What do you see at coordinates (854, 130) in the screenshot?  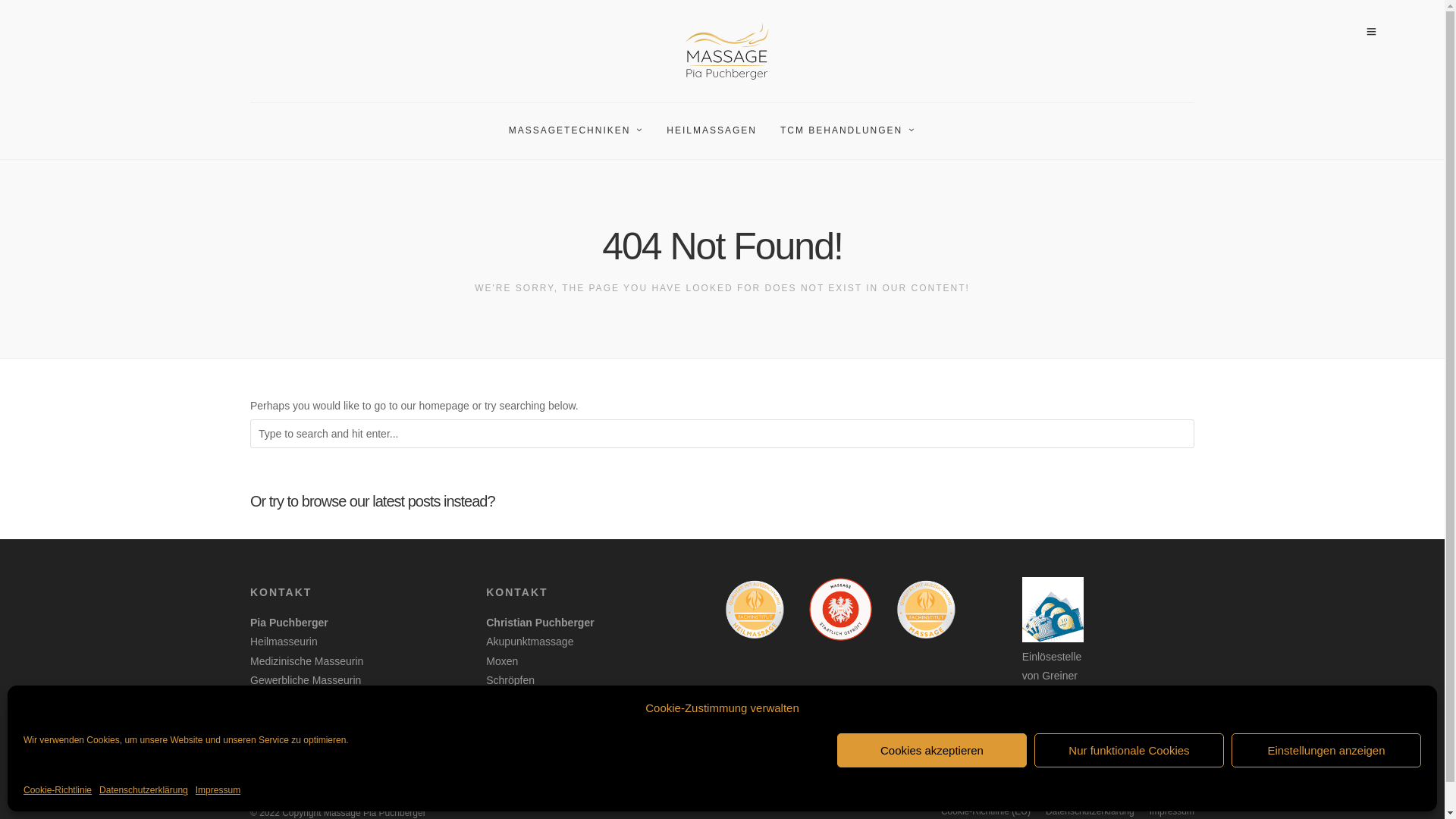 I see `'TCM BEHANDLUNGEN'` at bounding box center [854, 130].